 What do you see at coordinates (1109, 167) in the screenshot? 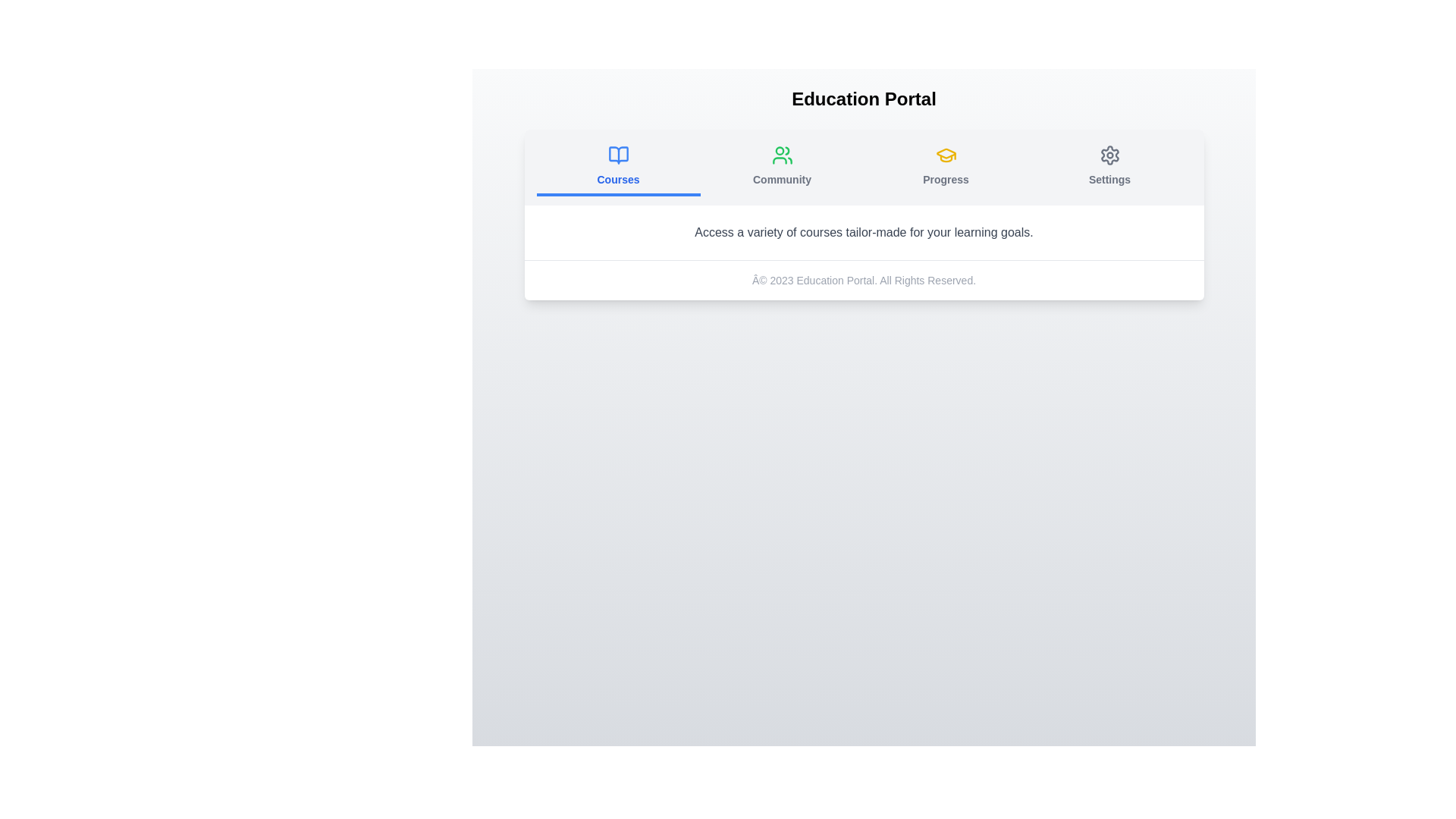
I see `the fourth tab menu item, which navigates to the 'Settings' section of the application, to emphasize its interactivity` at bounding box center [1109, 167].